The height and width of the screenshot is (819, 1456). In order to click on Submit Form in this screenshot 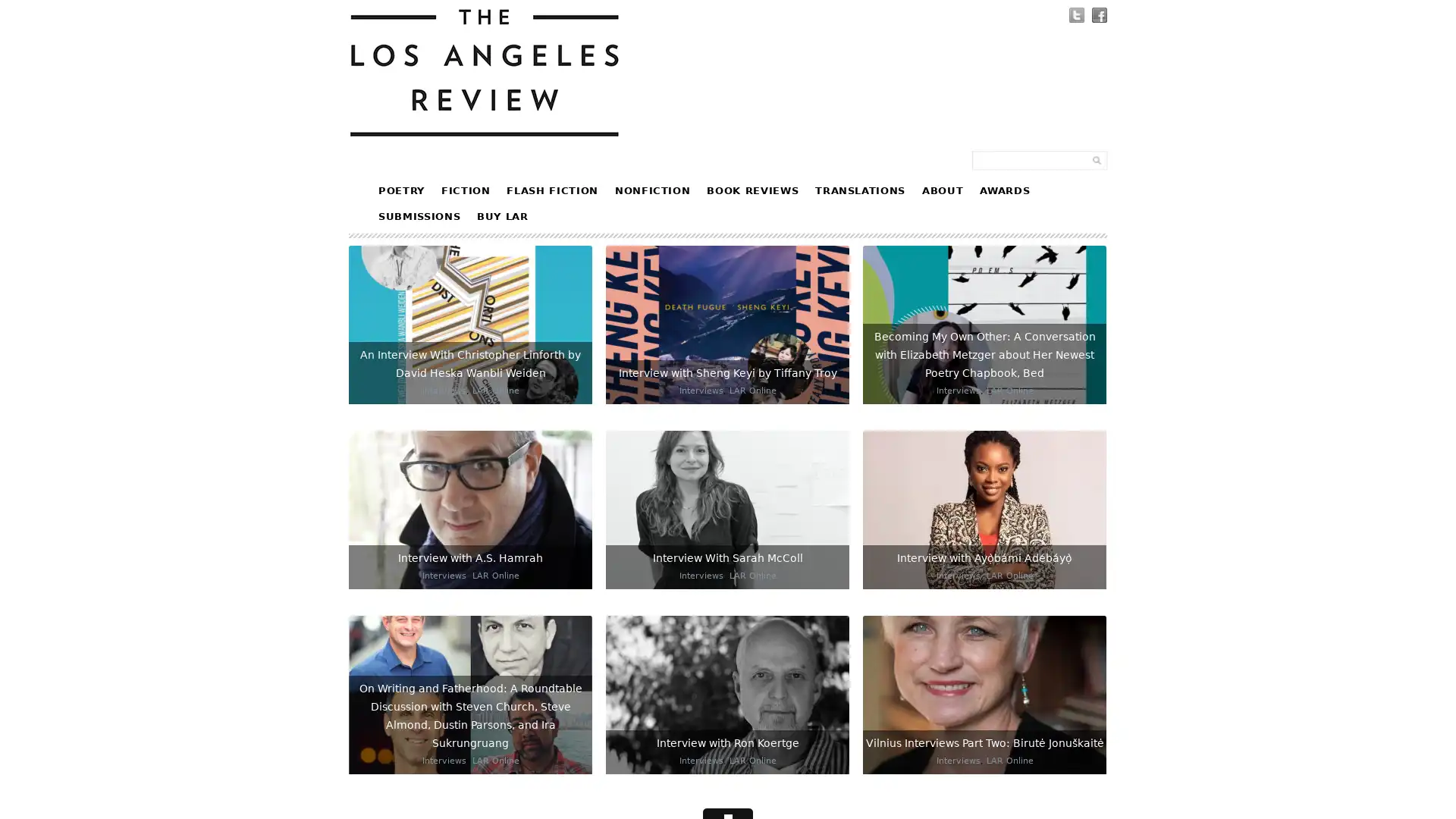, I will do `click(1097, 160)`.